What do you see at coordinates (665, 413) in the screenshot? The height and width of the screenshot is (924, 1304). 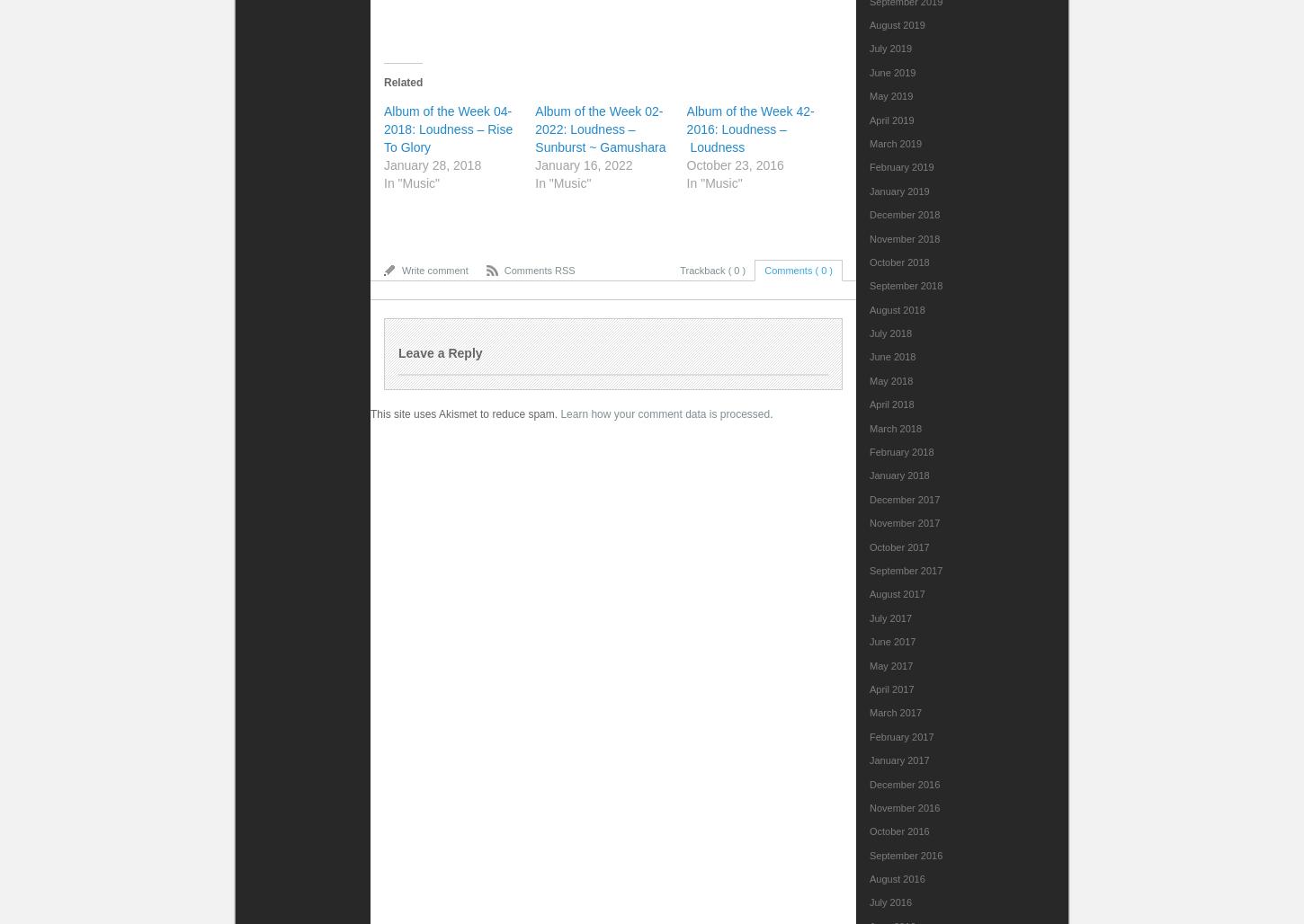 I see `'Learn how your comment data is processed'` at bounding box center [665, 413].